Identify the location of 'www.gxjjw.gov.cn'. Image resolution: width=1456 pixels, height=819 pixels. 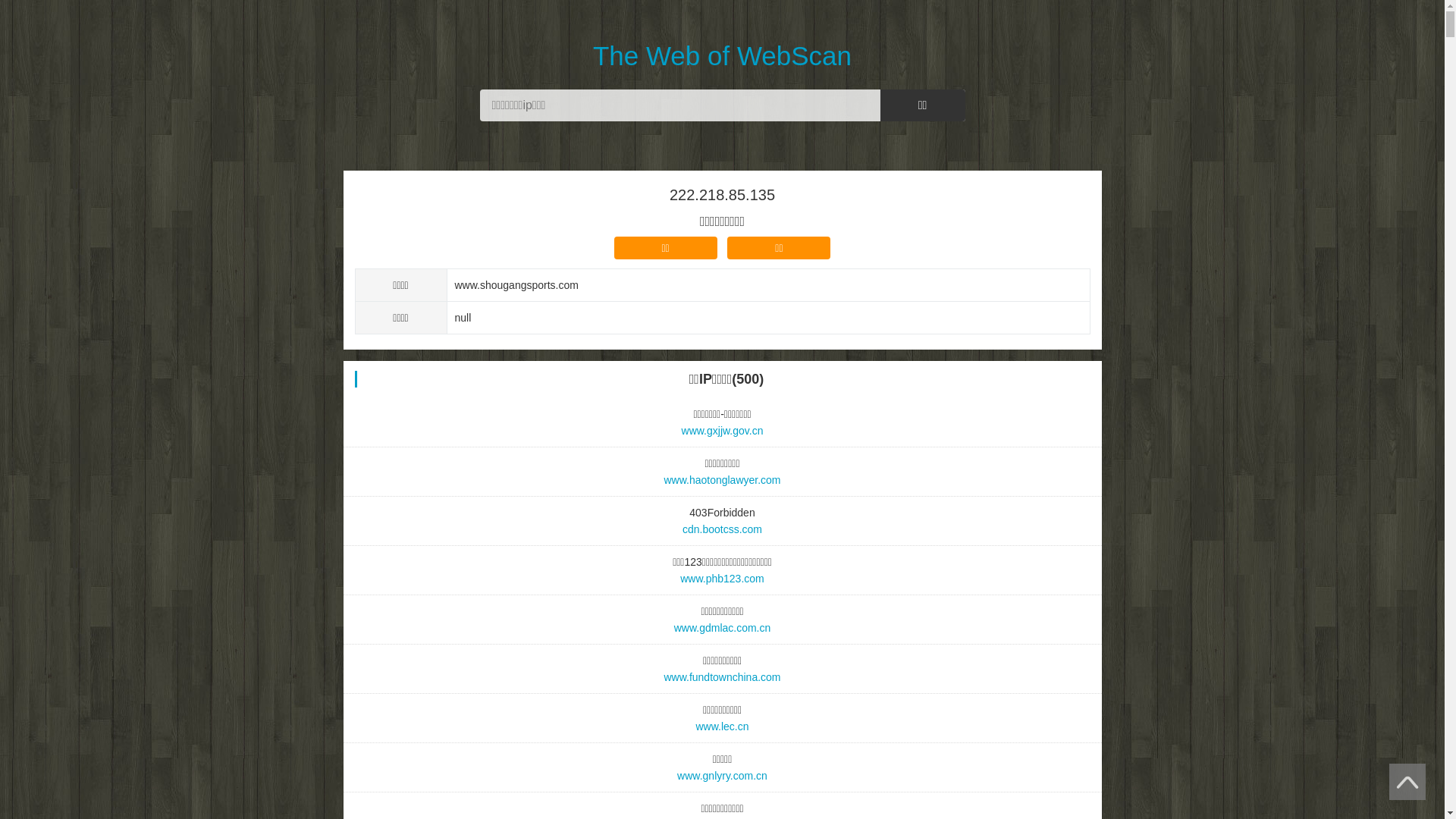
(722, 430).